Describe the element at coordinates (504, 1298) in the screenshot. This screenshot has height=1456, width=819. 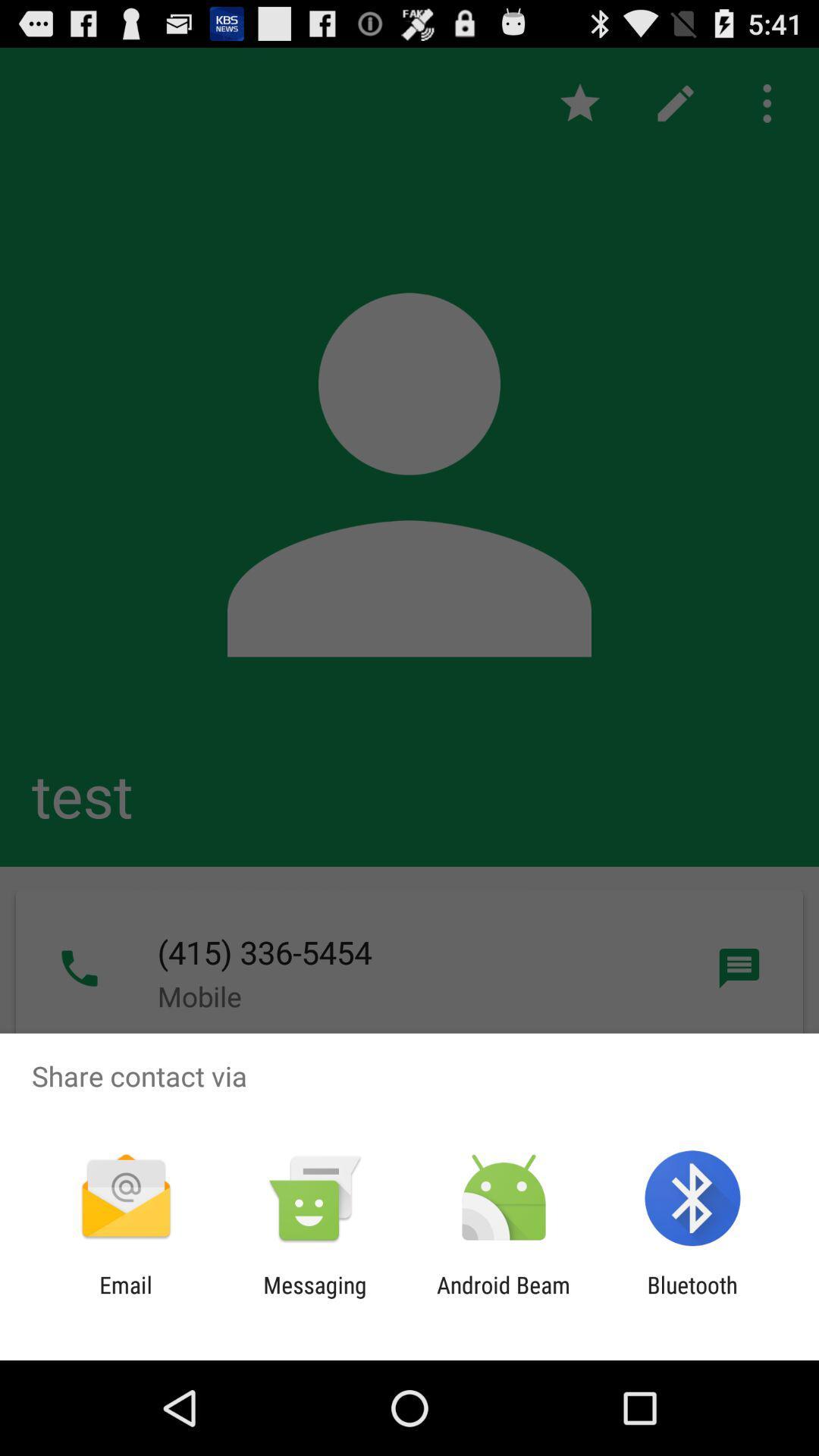
I see `app next to messaging item` at that location.